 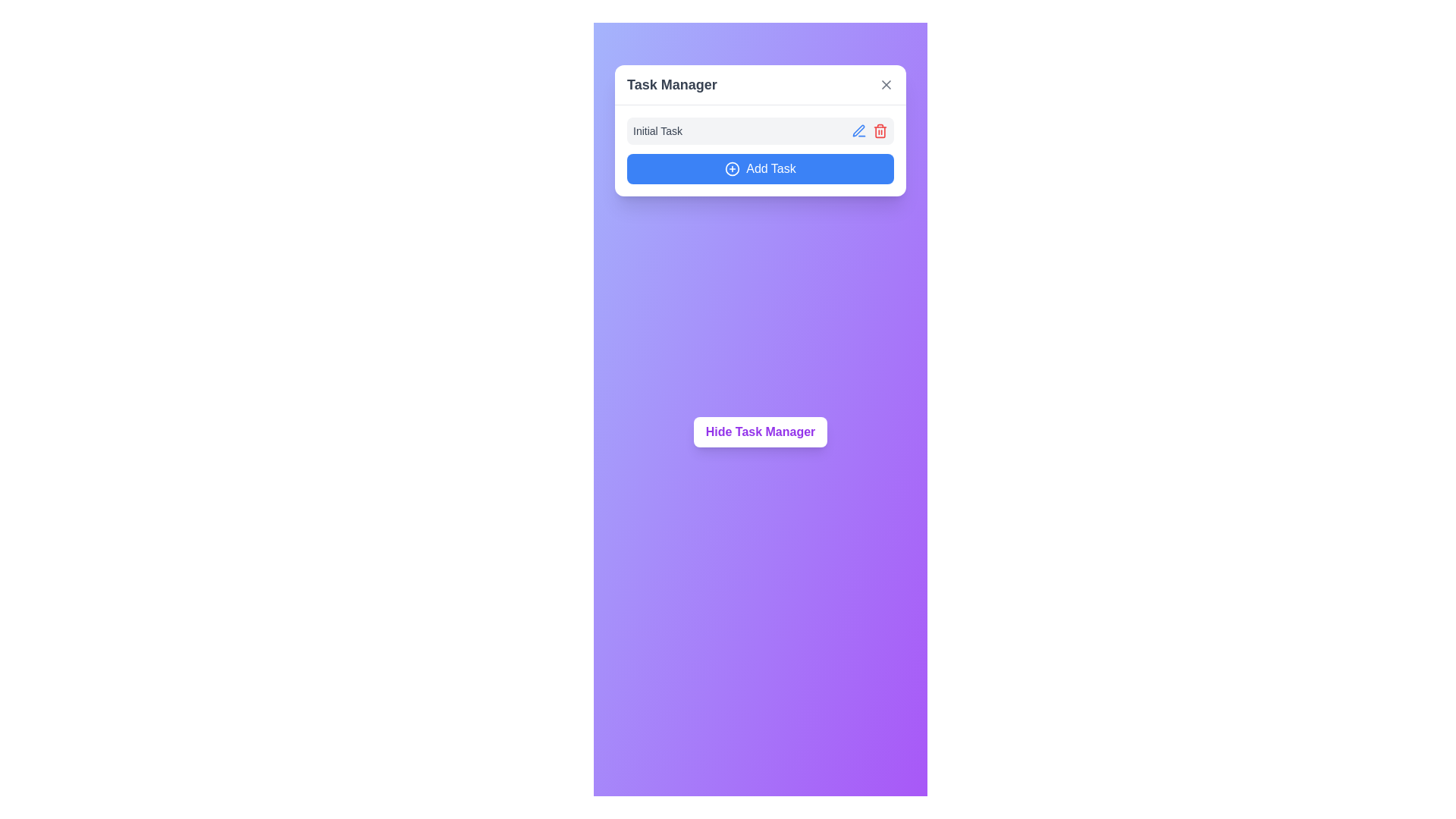 What do you see at coordinates (733, 169) in the screenshot?
I see `the icon representing the action of adding something, located to the left of the 'Add Task' text on the blue button in the center of the task manager interface` at bounding box center [733, 169].